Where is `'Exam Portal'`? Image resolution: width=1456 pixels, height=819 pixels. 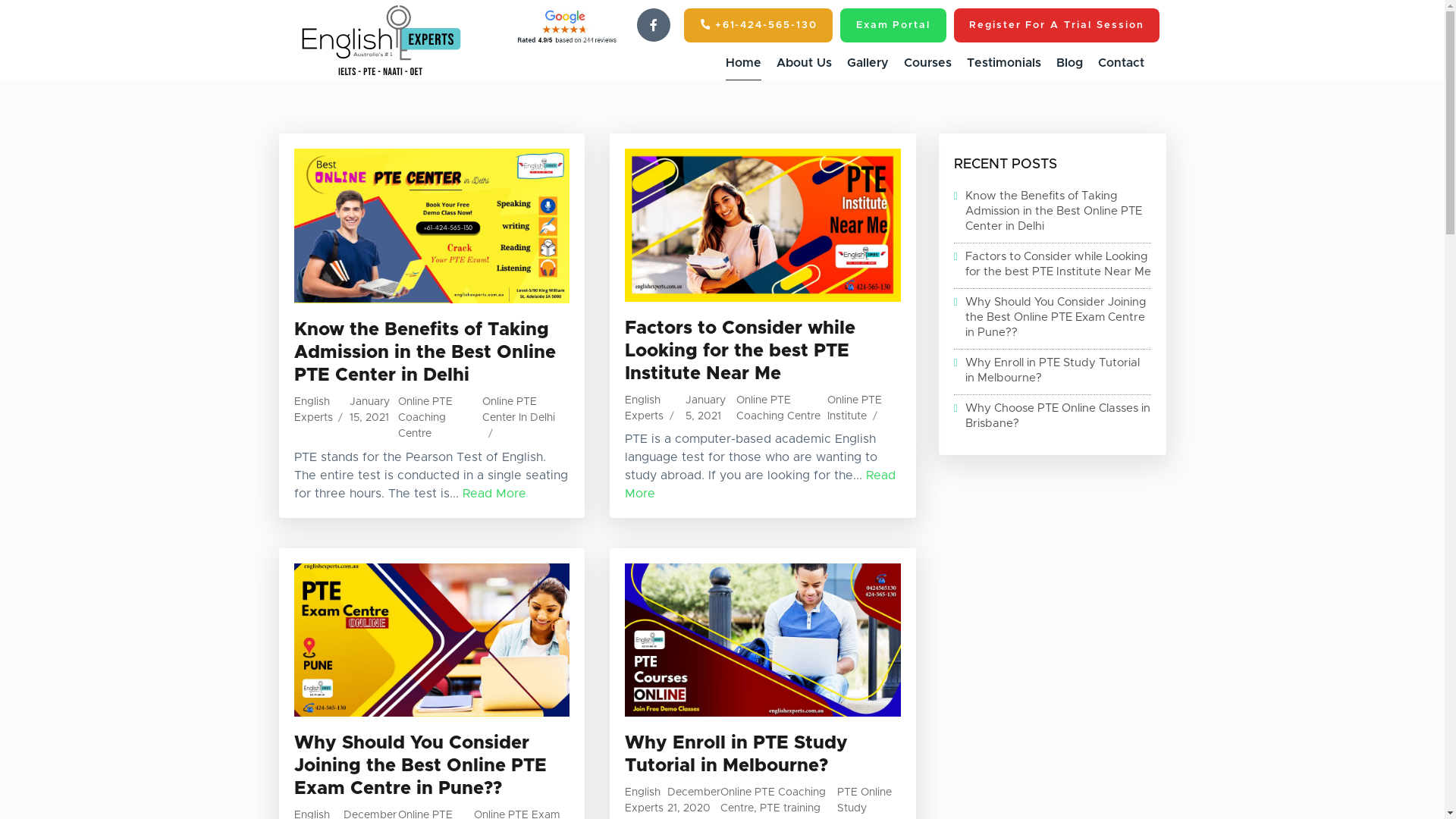
'Exam Portal' is located at coordinates (839, 25).